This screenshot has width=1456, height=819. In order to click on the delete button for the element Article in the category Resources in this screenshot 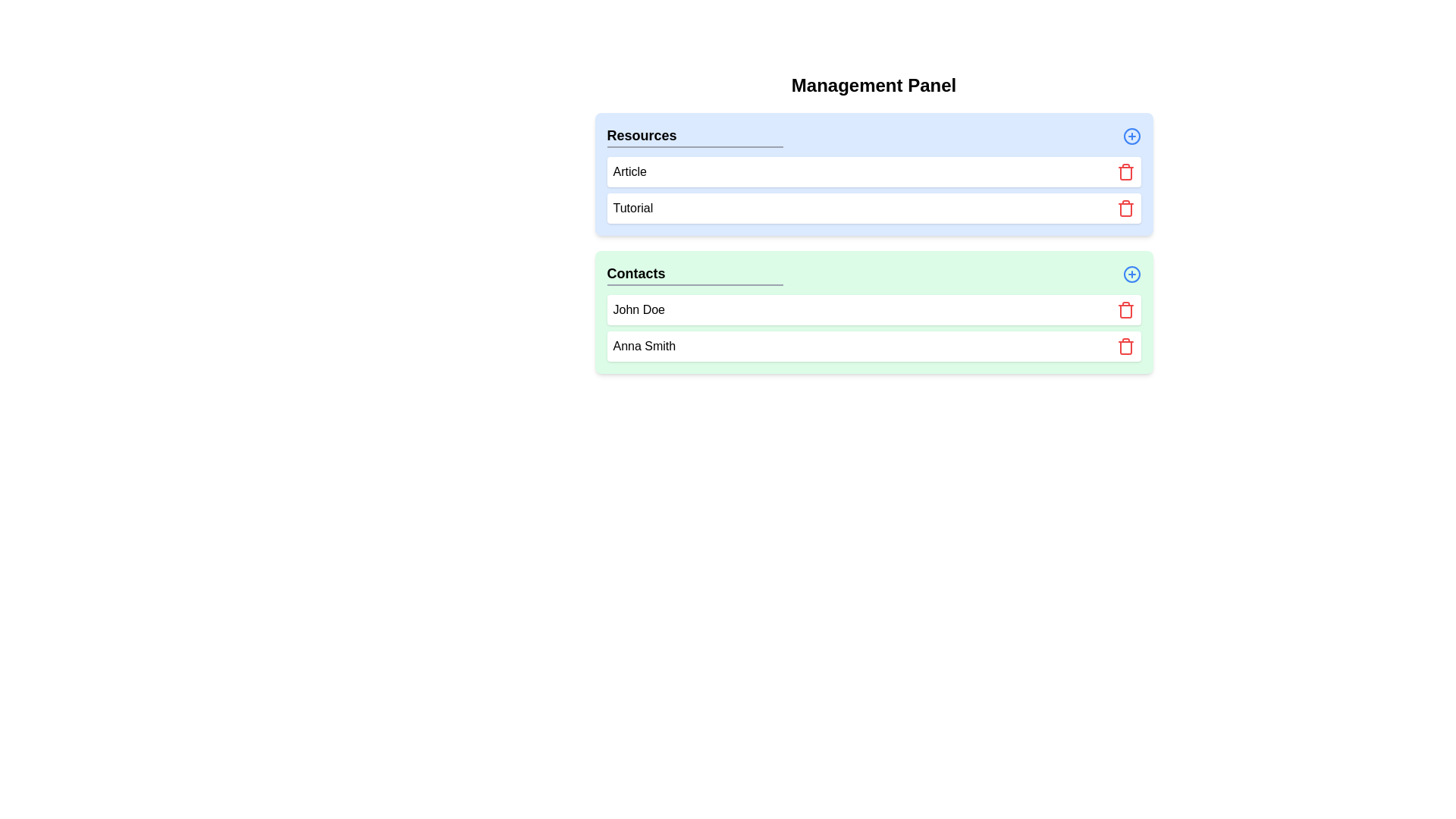, I will do `click(1125, 171)`.